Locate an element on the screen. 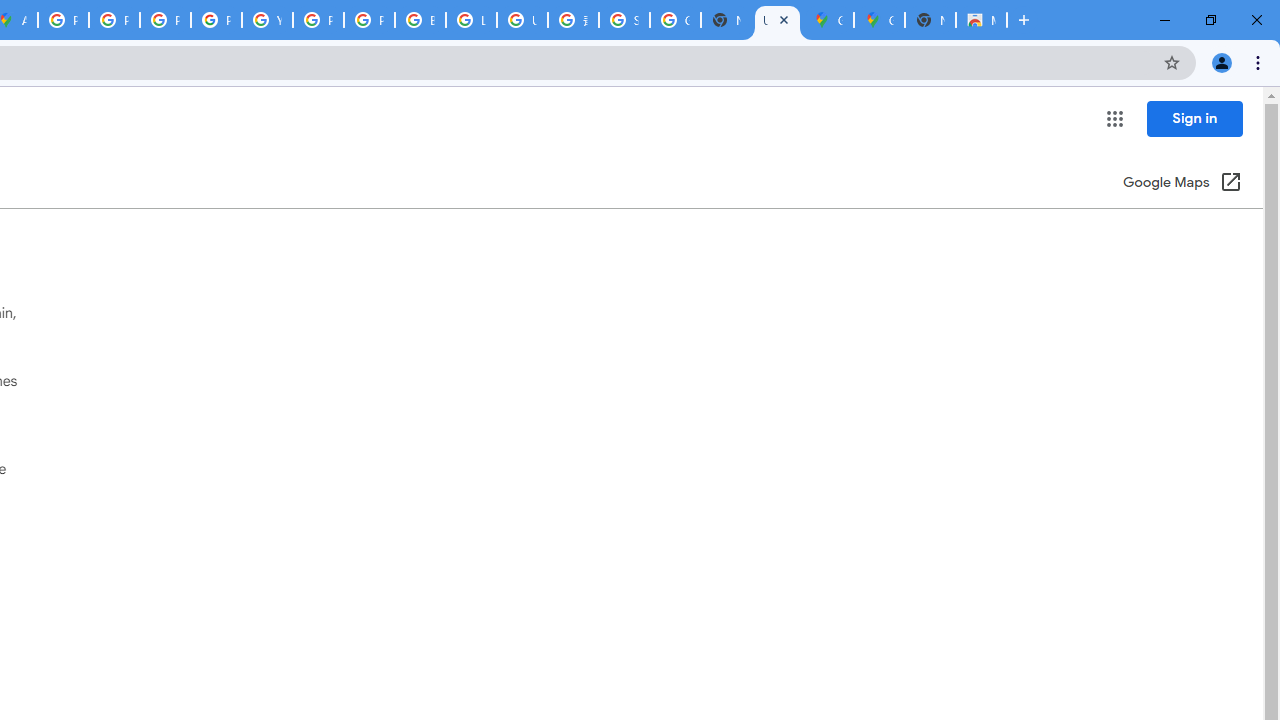 The height and width of the screenshot is (720, 1280). 'Privacy Help Center - Policies Help' is located at coordinates (165, 20).